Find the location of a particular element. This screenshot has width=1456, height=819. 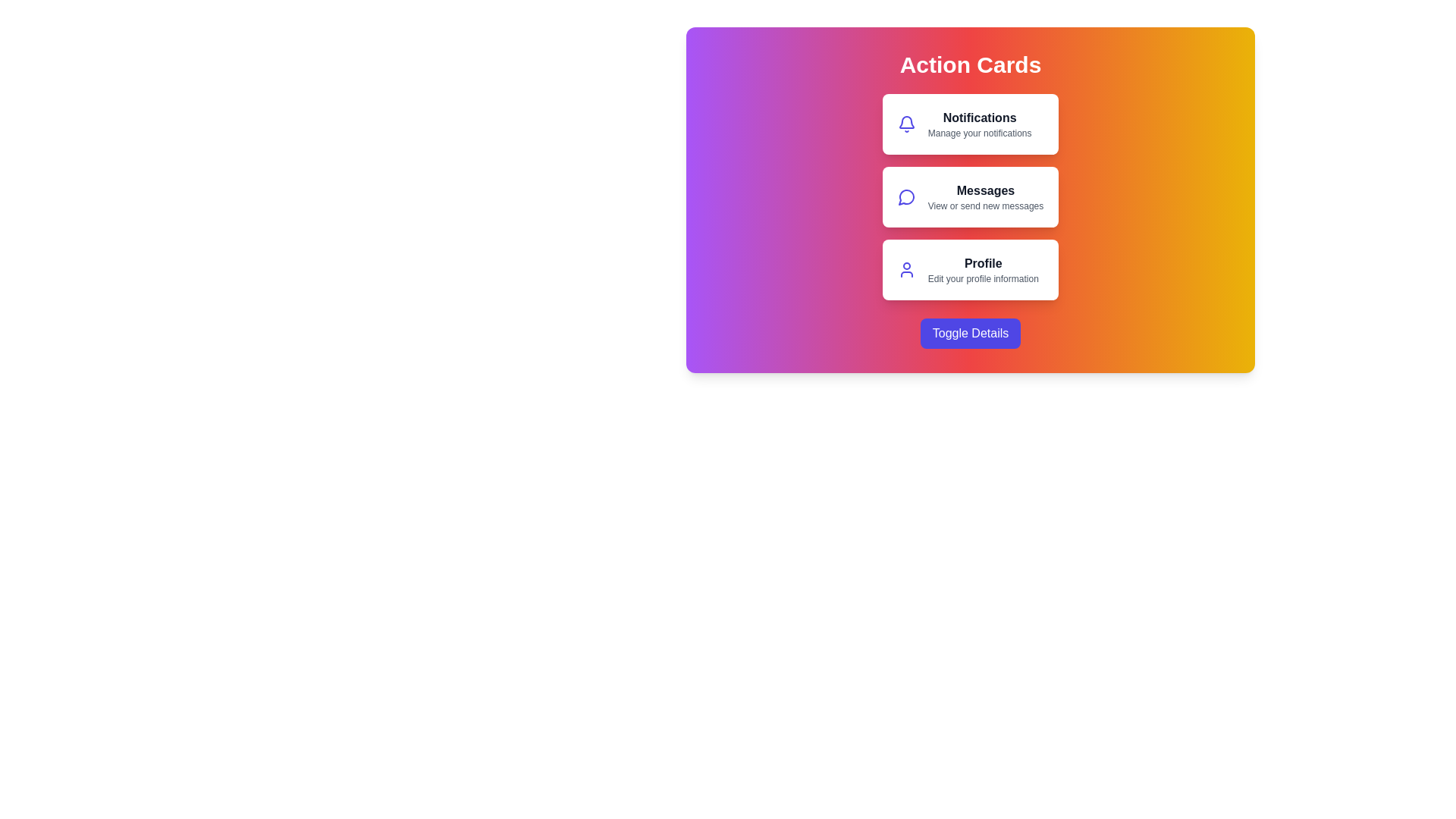

the Text label that serves as a title for the card, located above the 'Edit your profile information' text in the third card from the top is located at coordinates (983, 262).